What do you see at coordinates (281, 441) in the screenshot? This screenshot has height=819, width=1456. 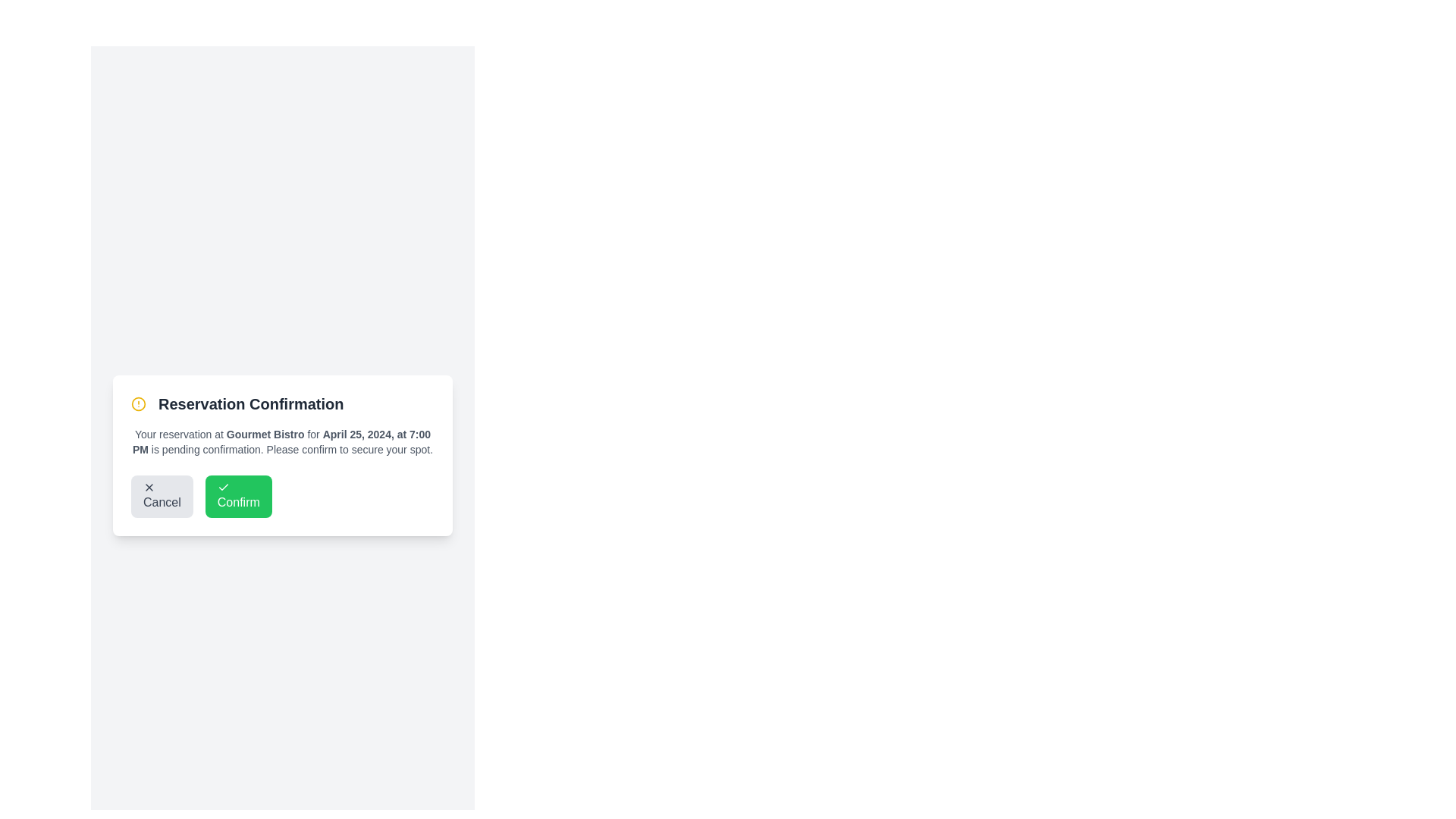 I see `the text label displaying the reservation date and time 'April 25, 2024, at 7:00 PM' in gray color, located in the confirmation dialog box` at bounding box center [281, 441].